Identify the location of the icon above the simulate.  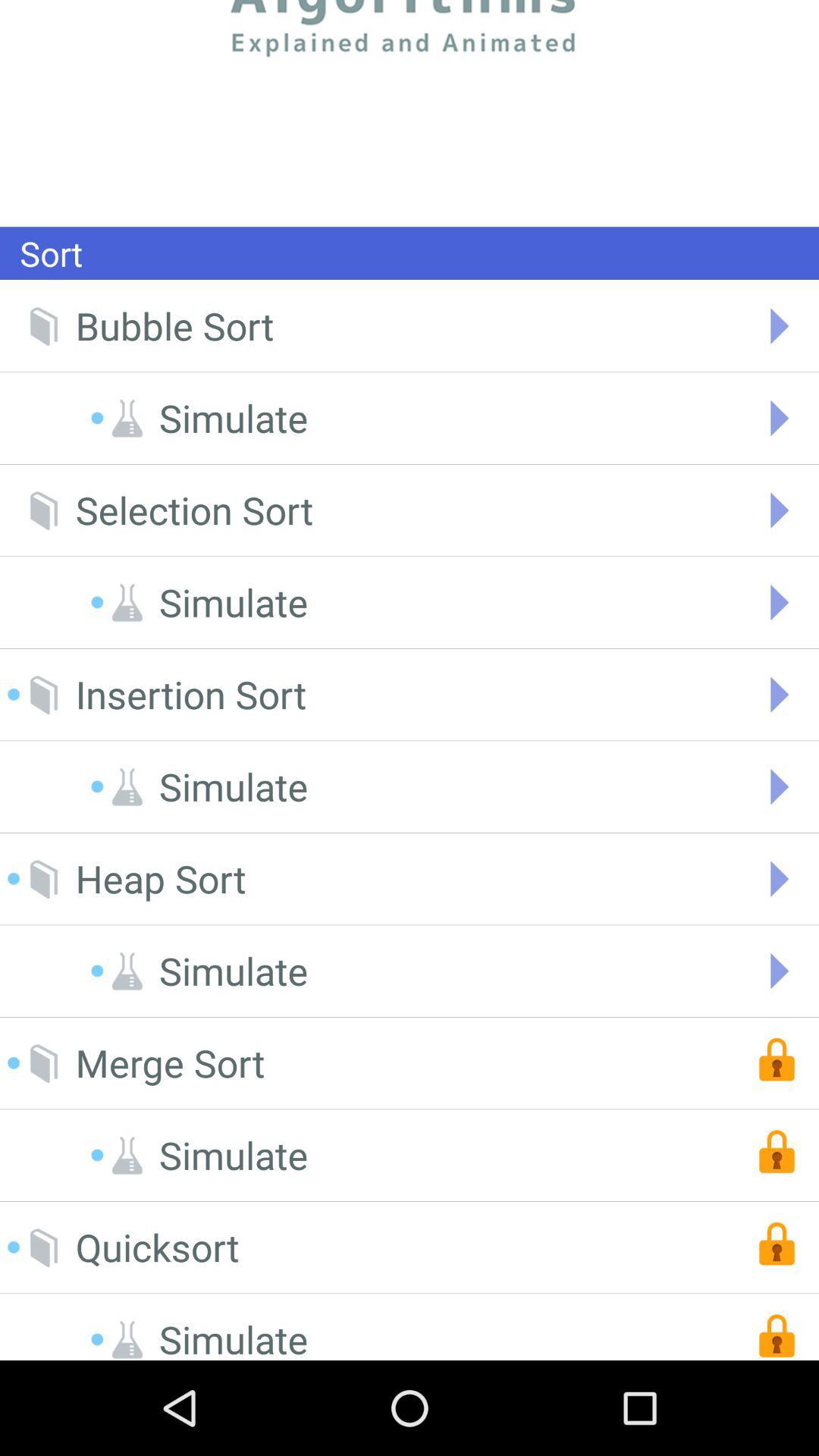
(193, 510).